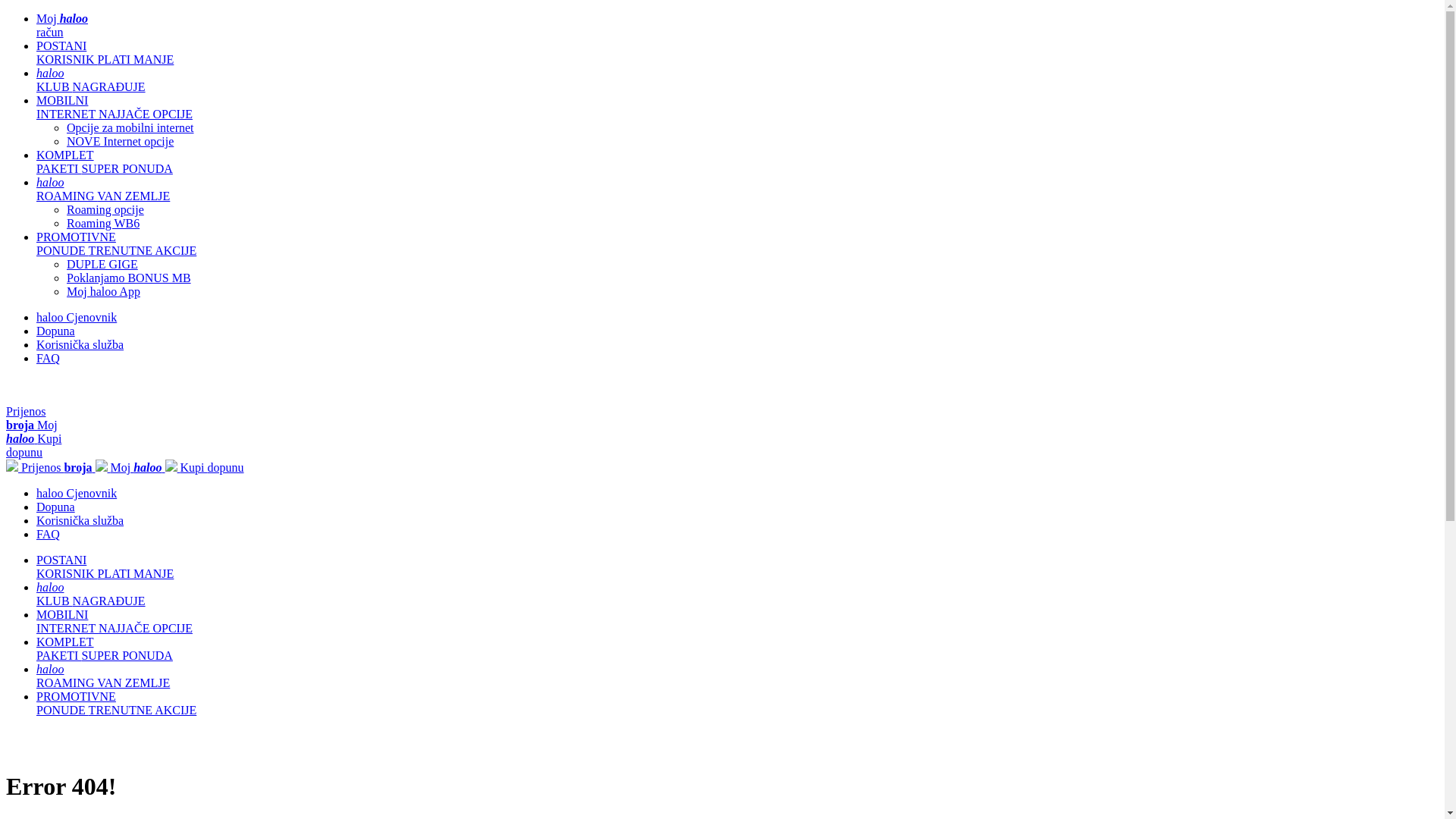  What do you see at coordinates (25, 418) in the screenshot?
I see `'Prijenos` at bounding box center [25, 418].